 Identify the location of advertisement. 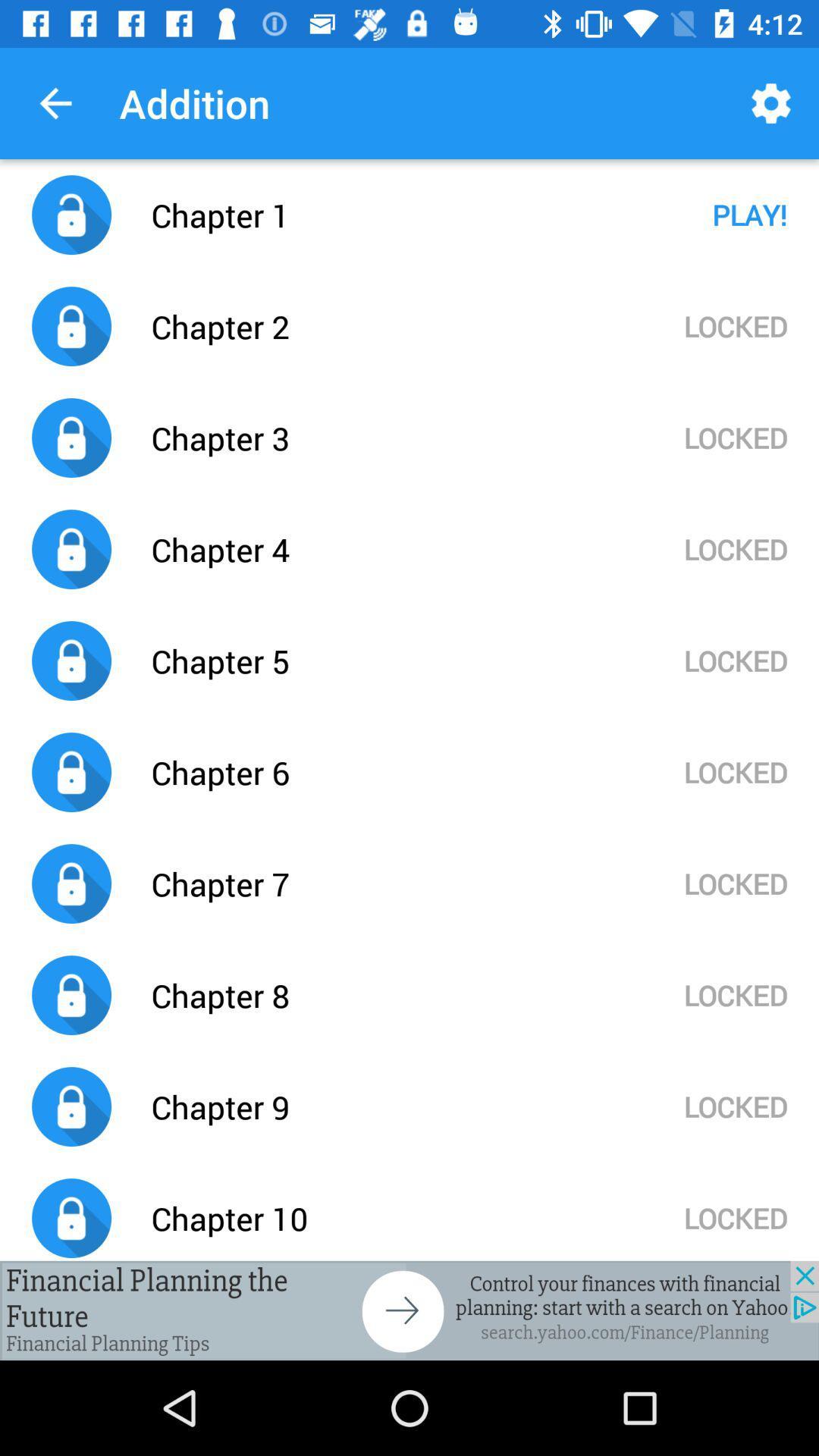
(409, 1310).